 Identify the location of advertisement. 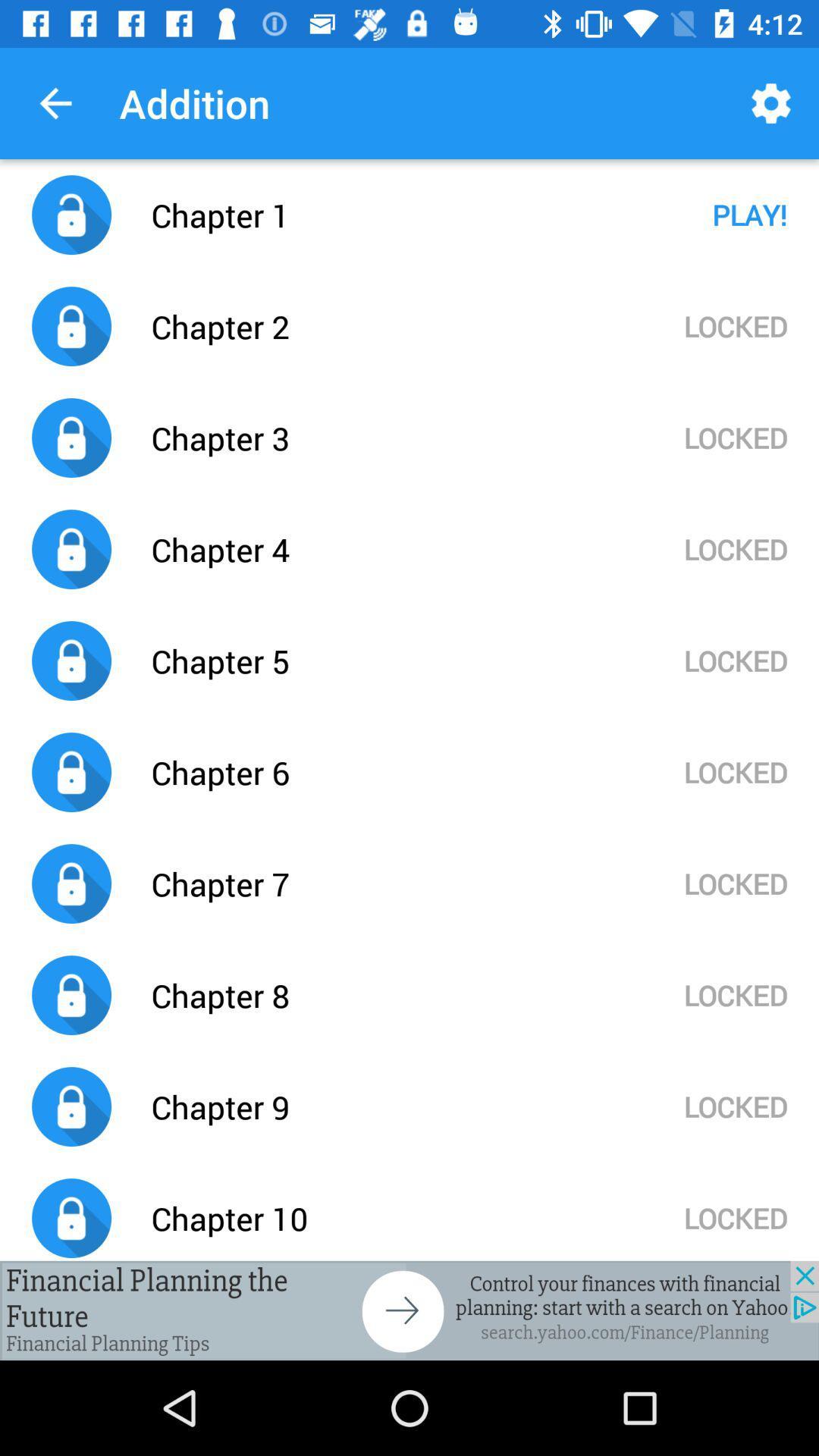
(409, 1310).